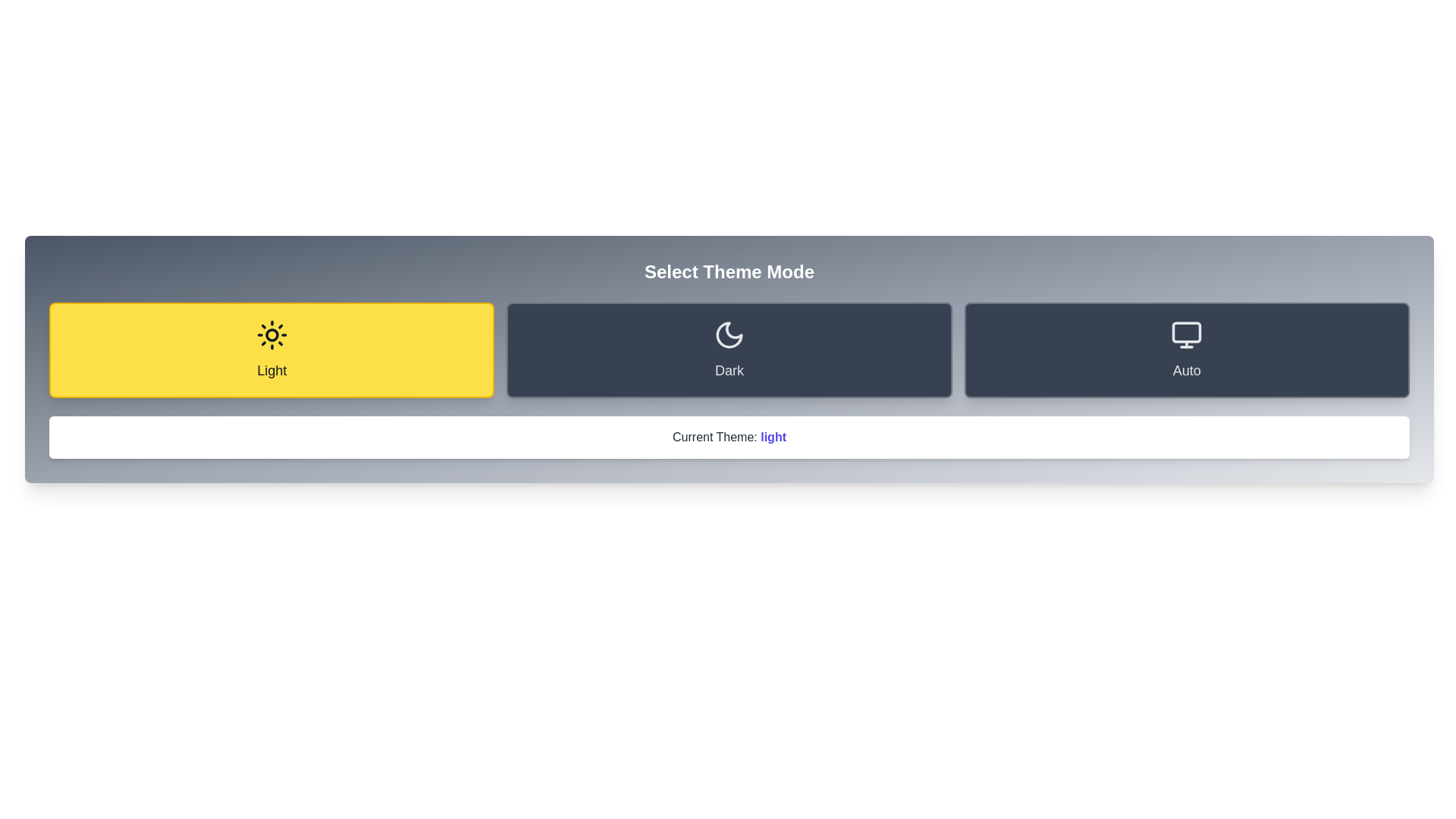  Describe the element at coordinates (1186, 350) in the screenshot. I see `the 'Auto' mode button in the theme selection interface to trigger the scale animation` at that location.